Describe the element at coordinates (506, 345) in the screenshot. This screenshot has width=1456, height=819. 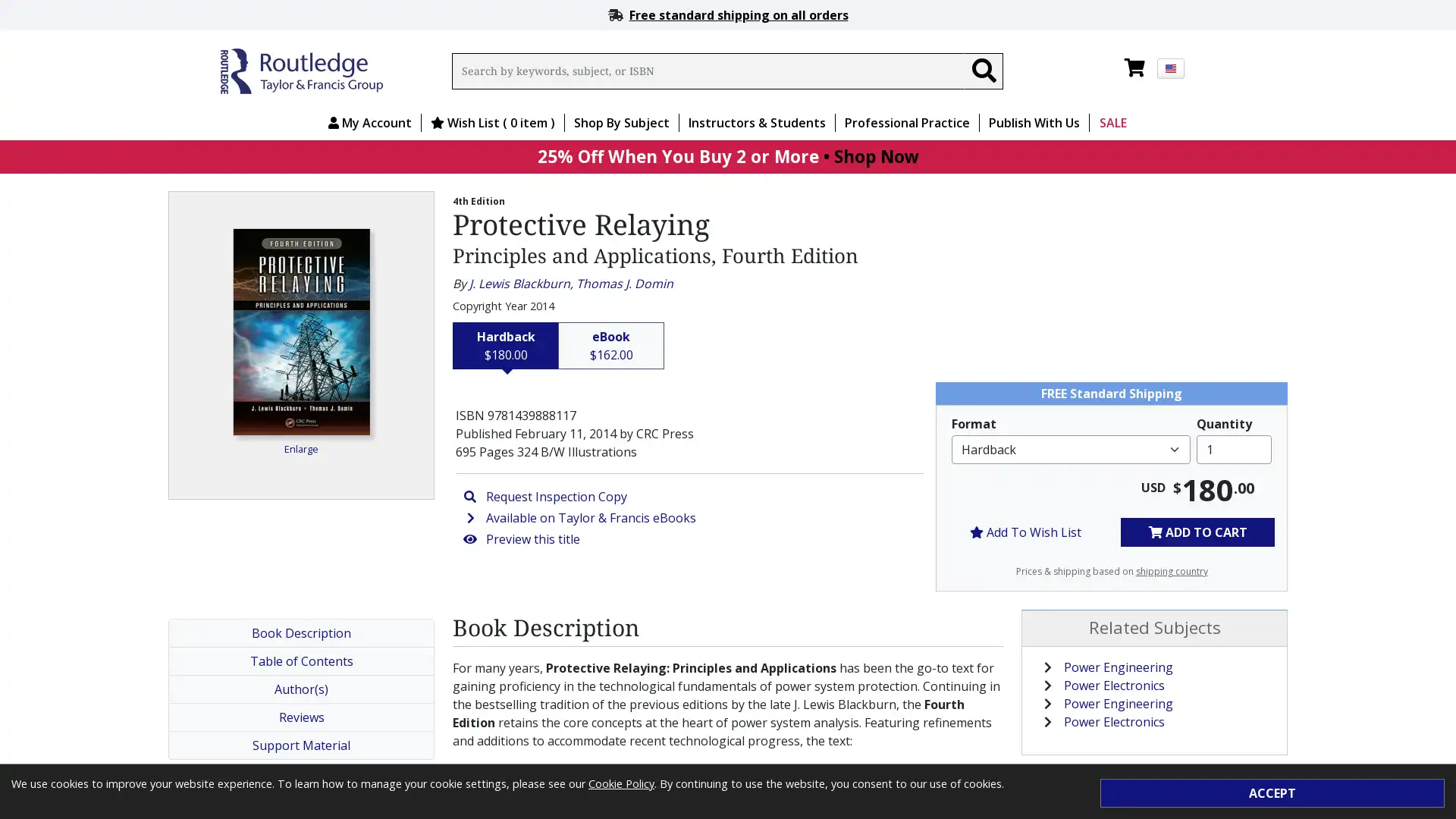
I see `Hardback $180.00` at that location.